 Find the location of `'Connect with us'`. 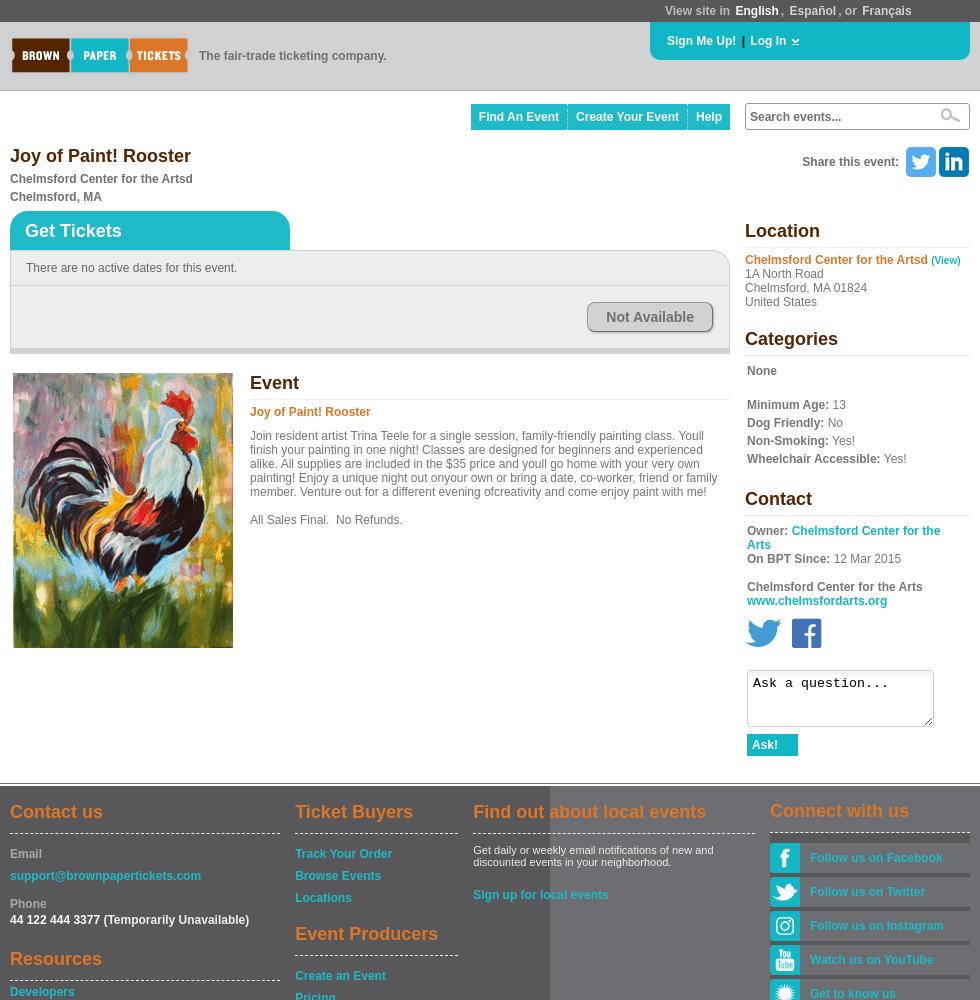

'Connect with us' is located at coordinates (839, 811).